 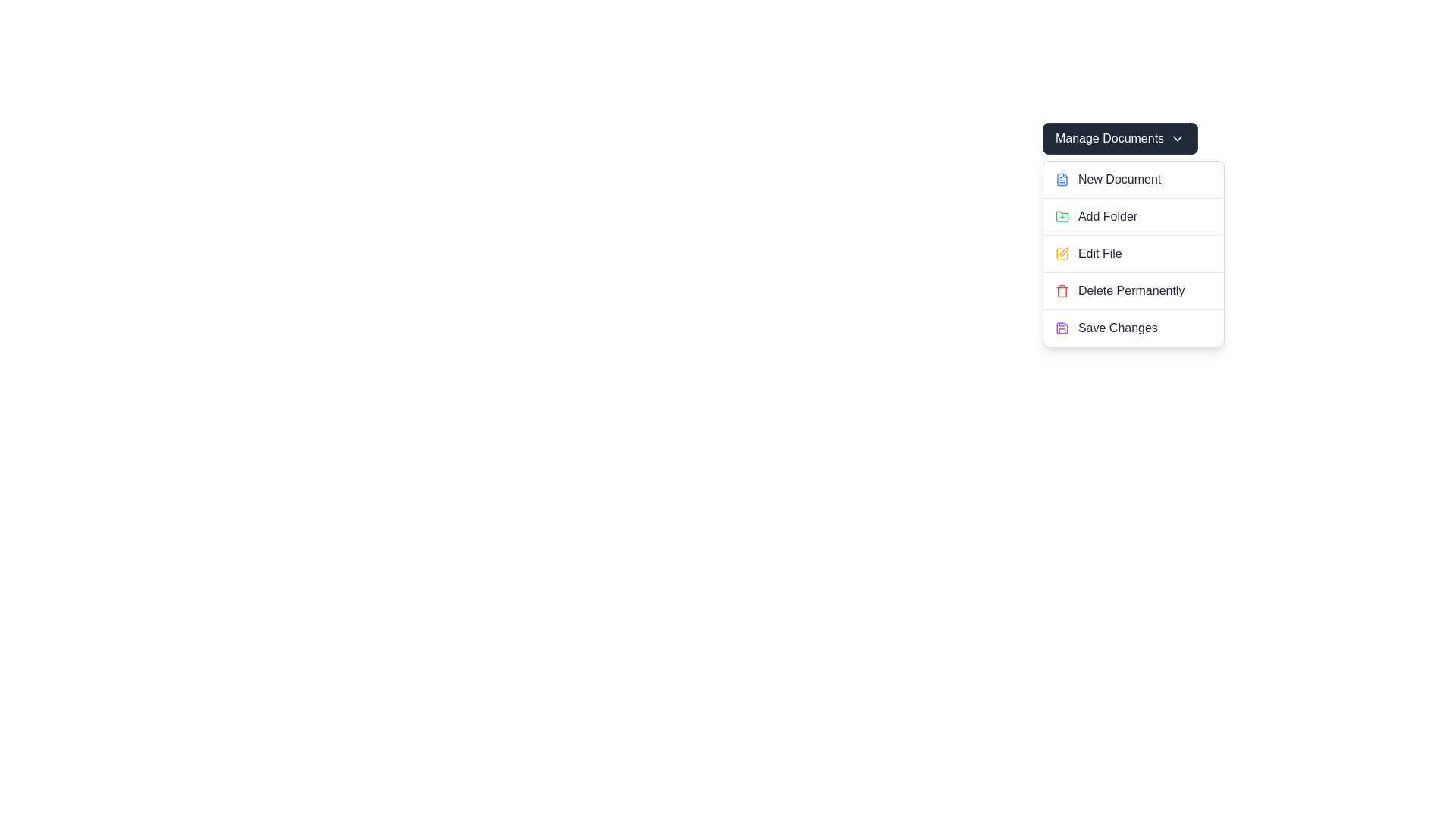 I want to click on the edit icon (pen) located at the top-right corner beneath the 'Edit File' label, so click(x=1063, y=251).